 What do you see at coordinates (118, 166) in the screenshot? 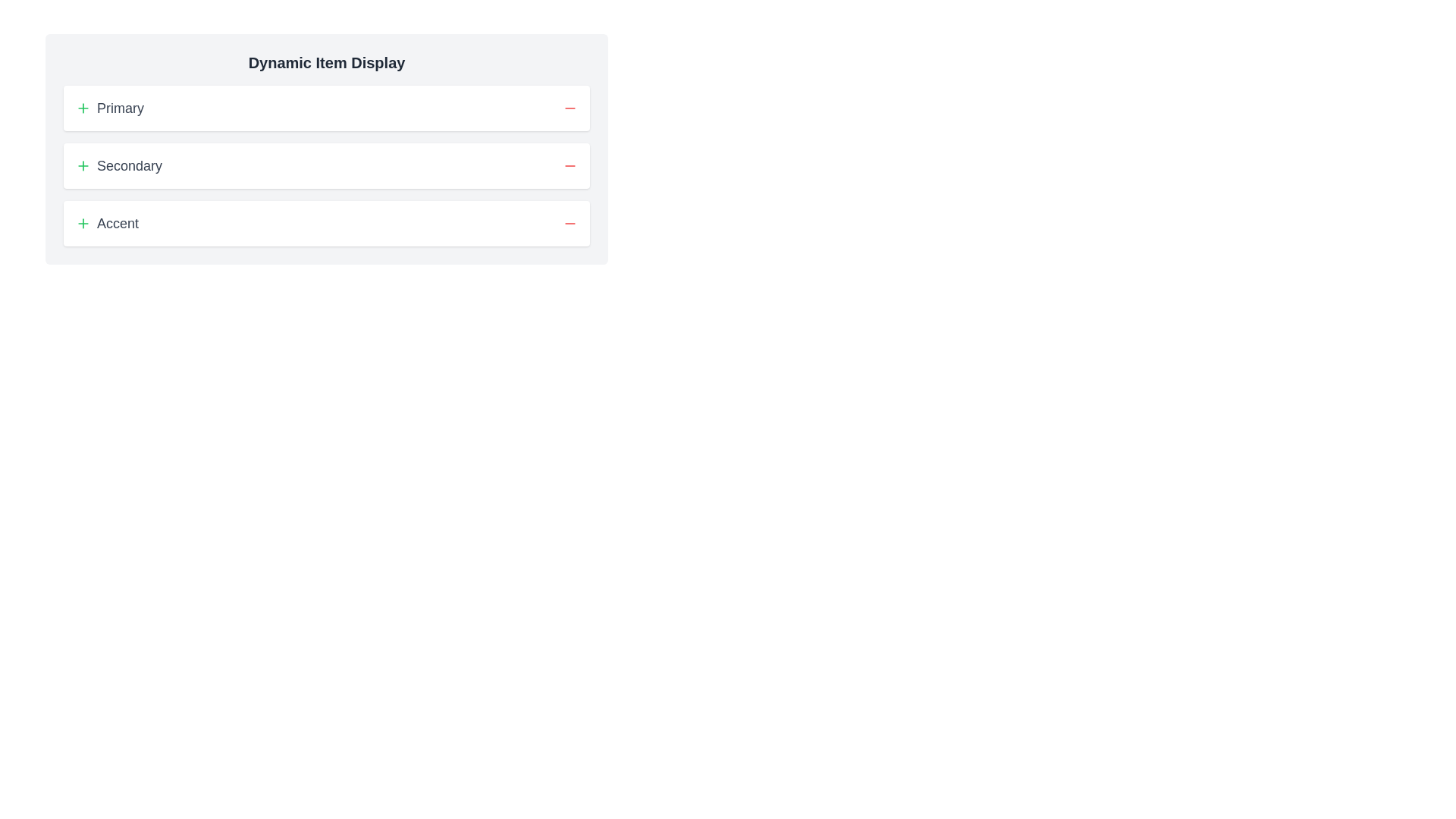
I see `the 'Secondary' label with a green plus icon, which is located below the 'Primary' item and above the 'Accent' item in a vertically stacked list` at bounding box center [118, 166].